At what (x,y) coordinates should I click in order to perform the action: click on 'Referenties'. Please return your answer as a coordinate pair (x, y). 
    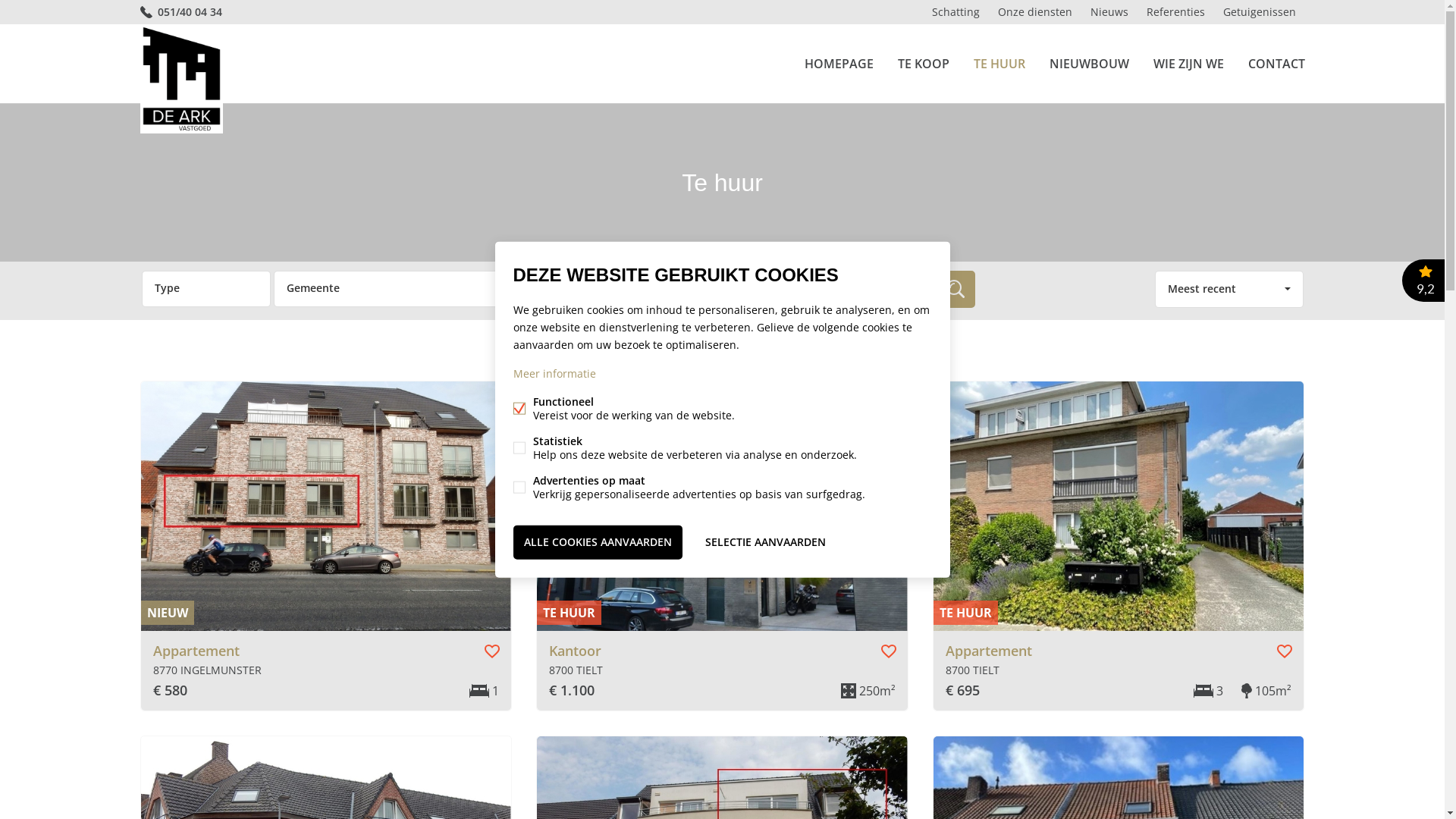
    Looking at the image, I should click on (1137, 11).